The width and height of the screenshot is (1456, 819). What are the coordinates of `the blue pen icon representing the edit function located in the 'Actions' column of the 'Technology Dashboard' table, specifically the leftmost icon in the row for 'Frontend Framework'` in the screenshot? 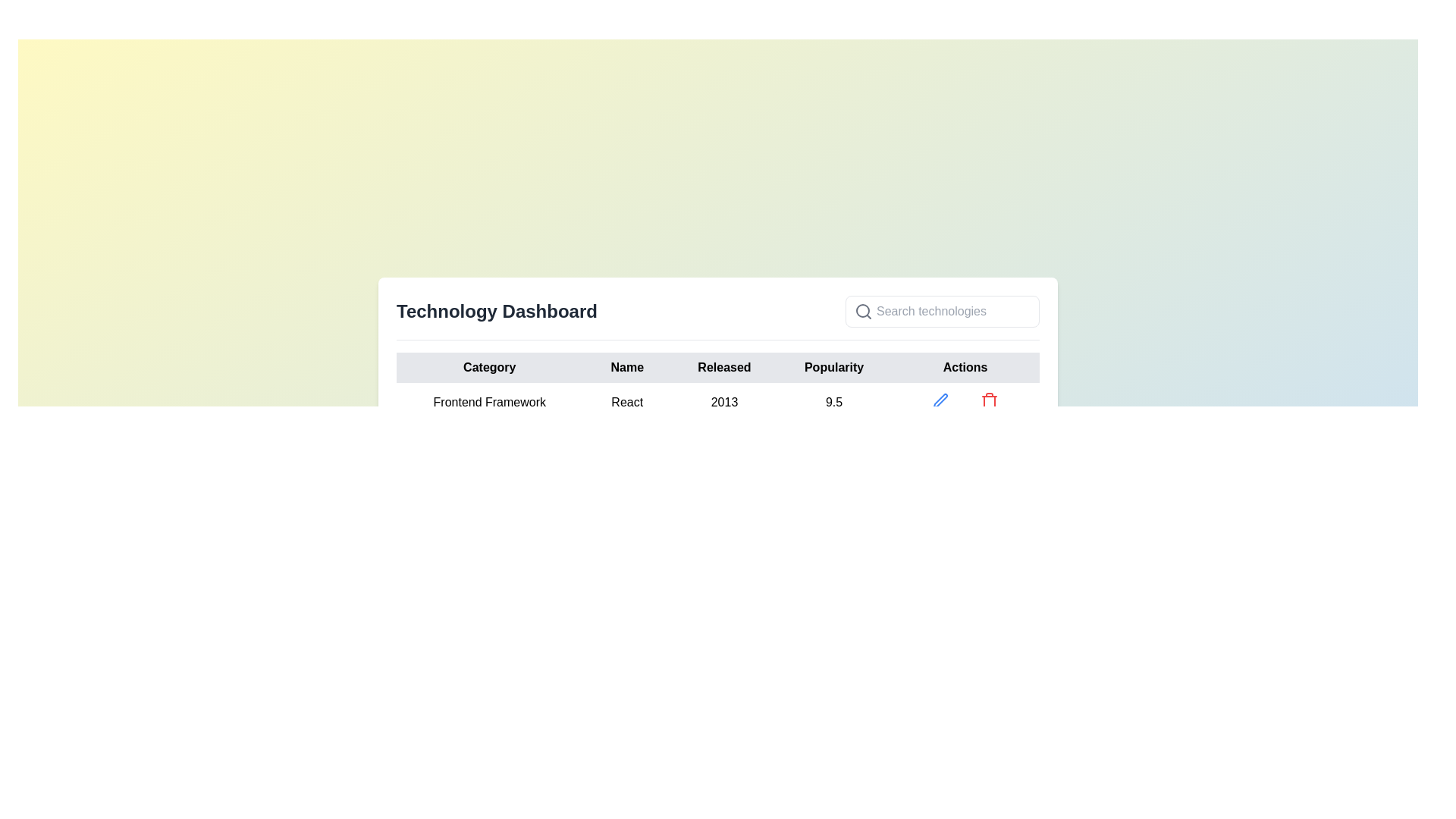 It's located at (940, 400).